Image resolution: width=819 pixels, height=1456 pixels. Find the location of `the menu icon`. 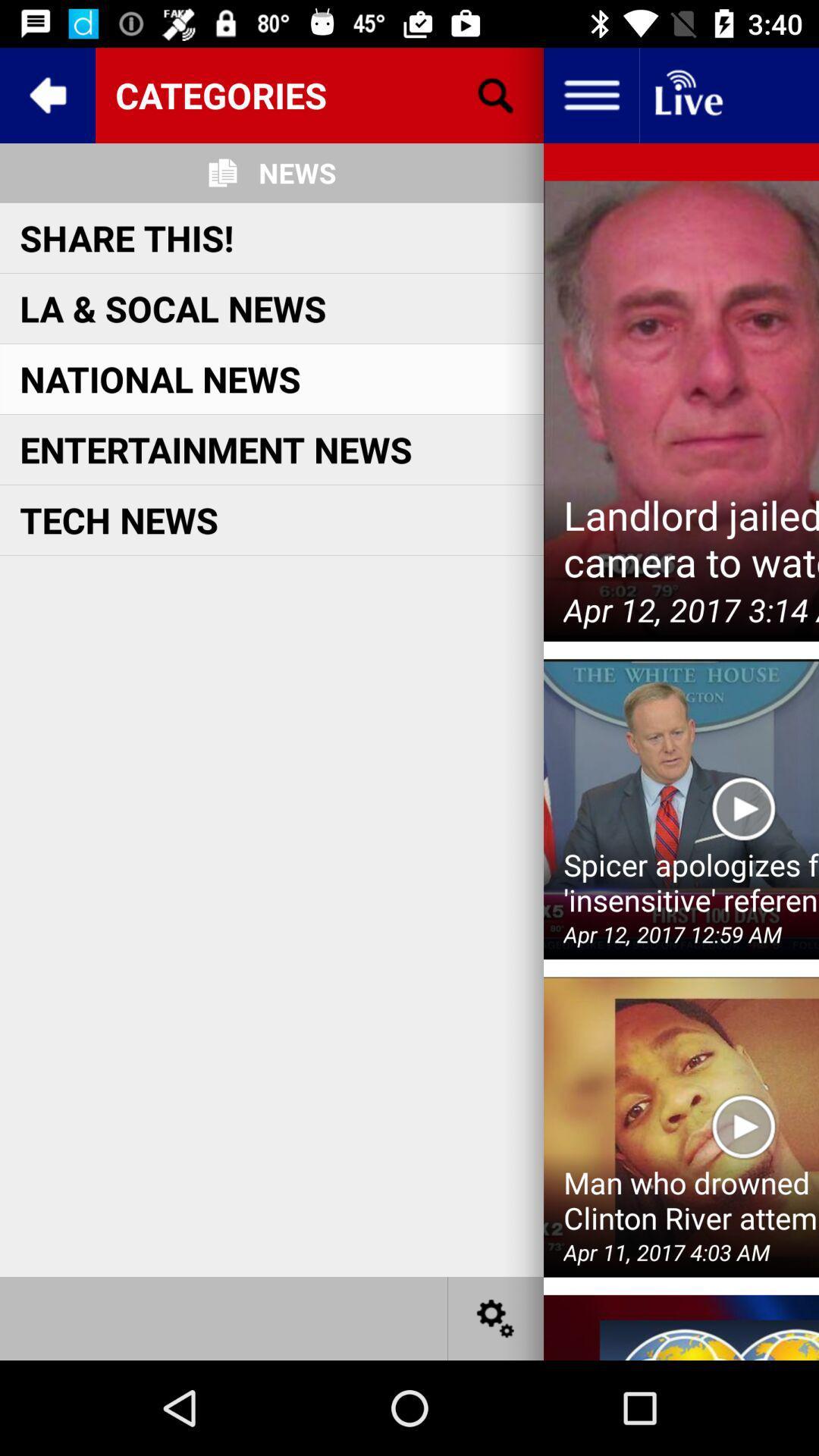

the menu icon is located at coordinates (590, 94).